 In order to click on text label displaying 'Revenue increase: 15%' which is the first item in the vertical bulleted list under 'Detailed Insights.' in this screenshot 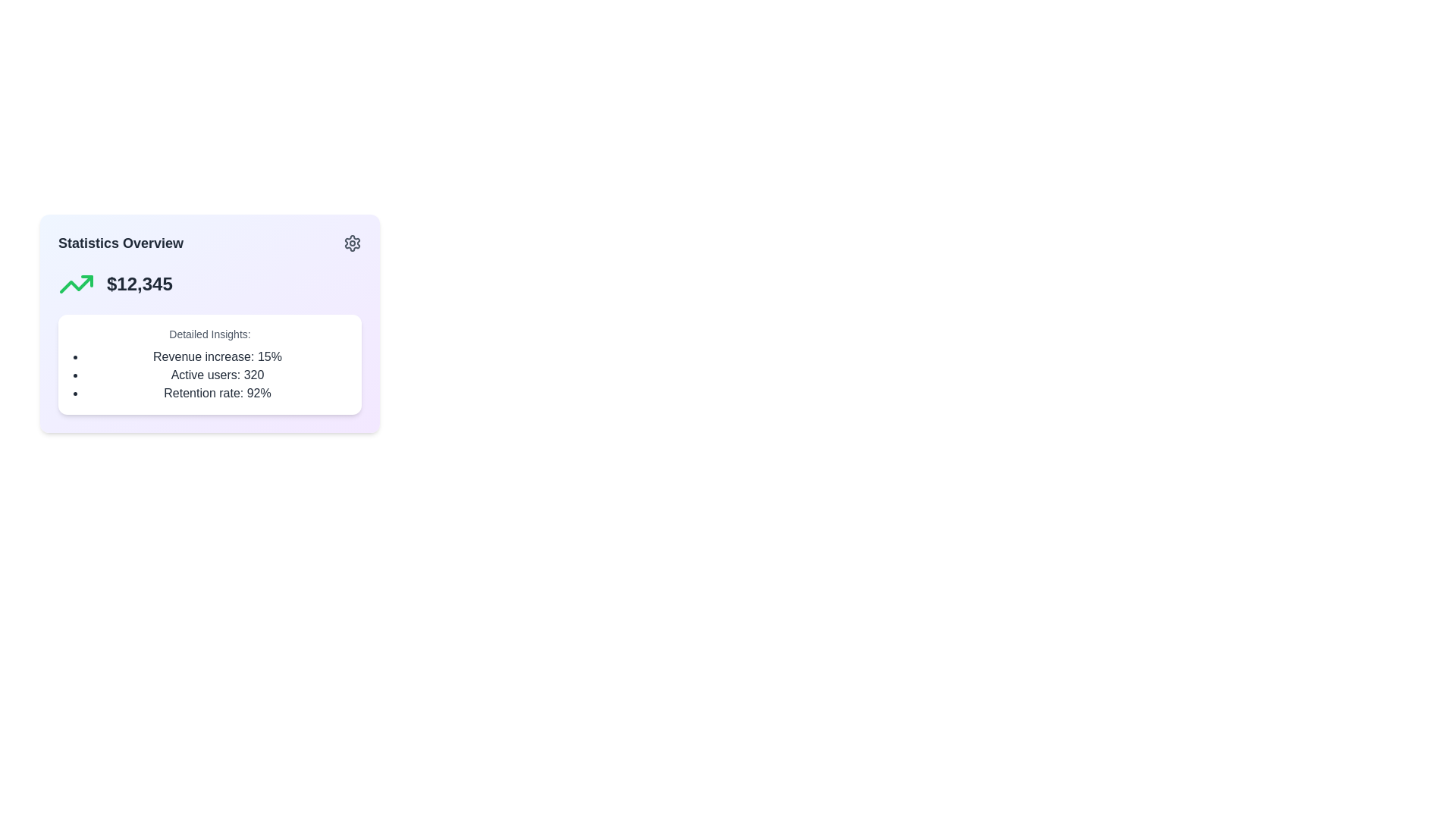, I will do `click(217, 356)`.